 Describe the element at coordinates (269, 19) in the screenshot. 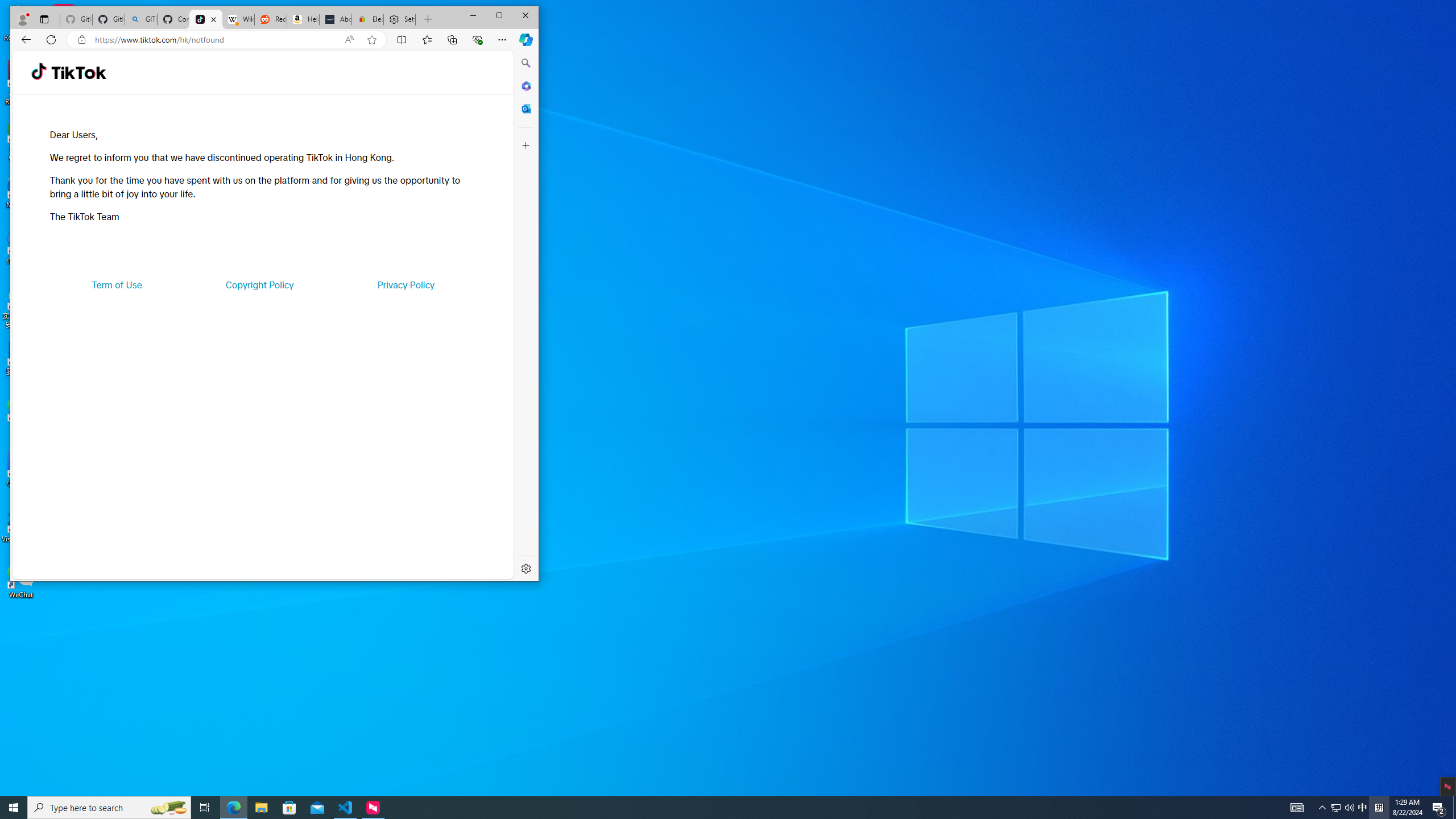

I see `'Reddit - Dive into anything'` at that location.